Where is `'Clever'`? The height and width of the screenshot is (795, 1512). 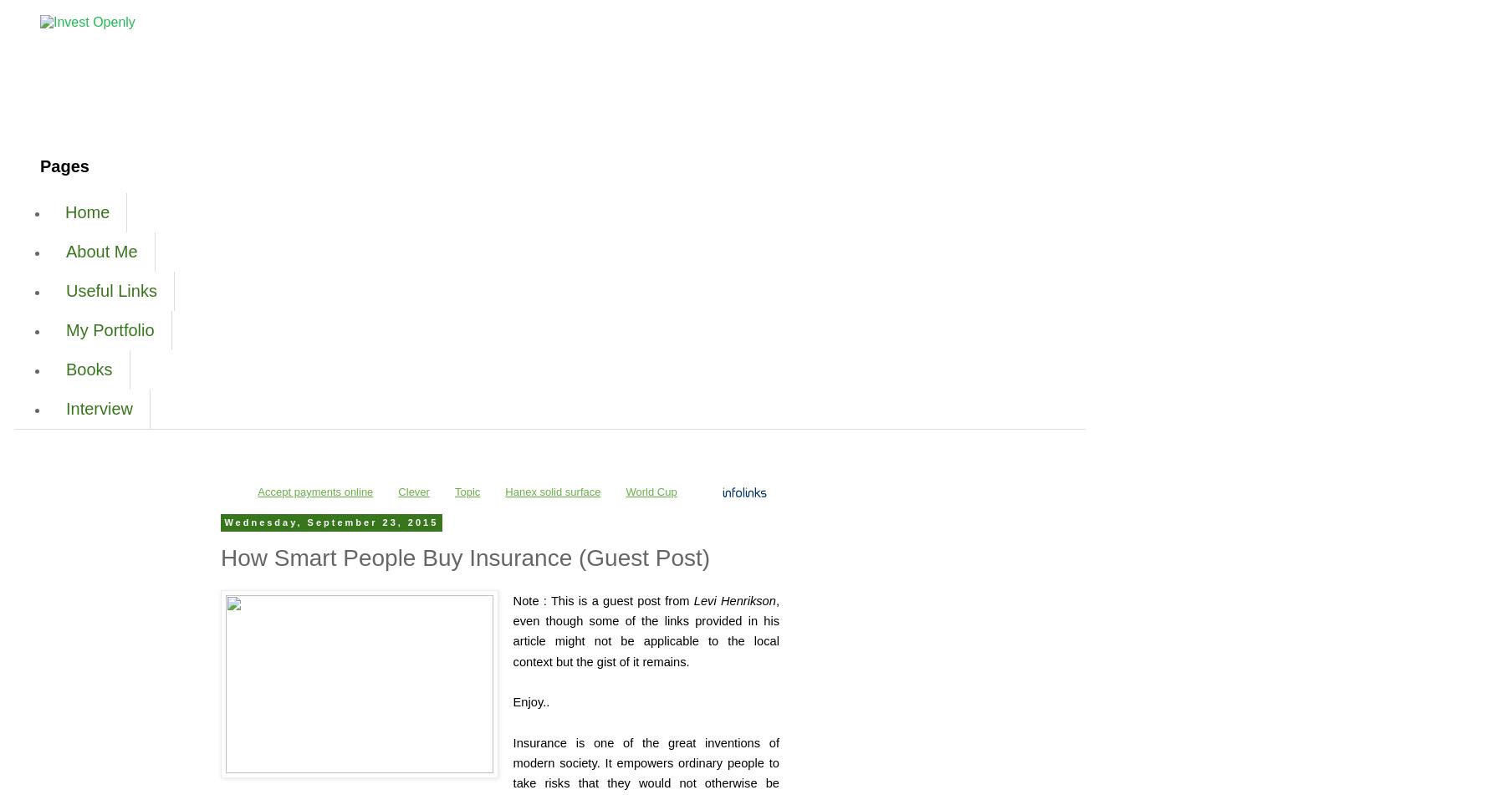
'Clever' is located at coordinates (413, 491).